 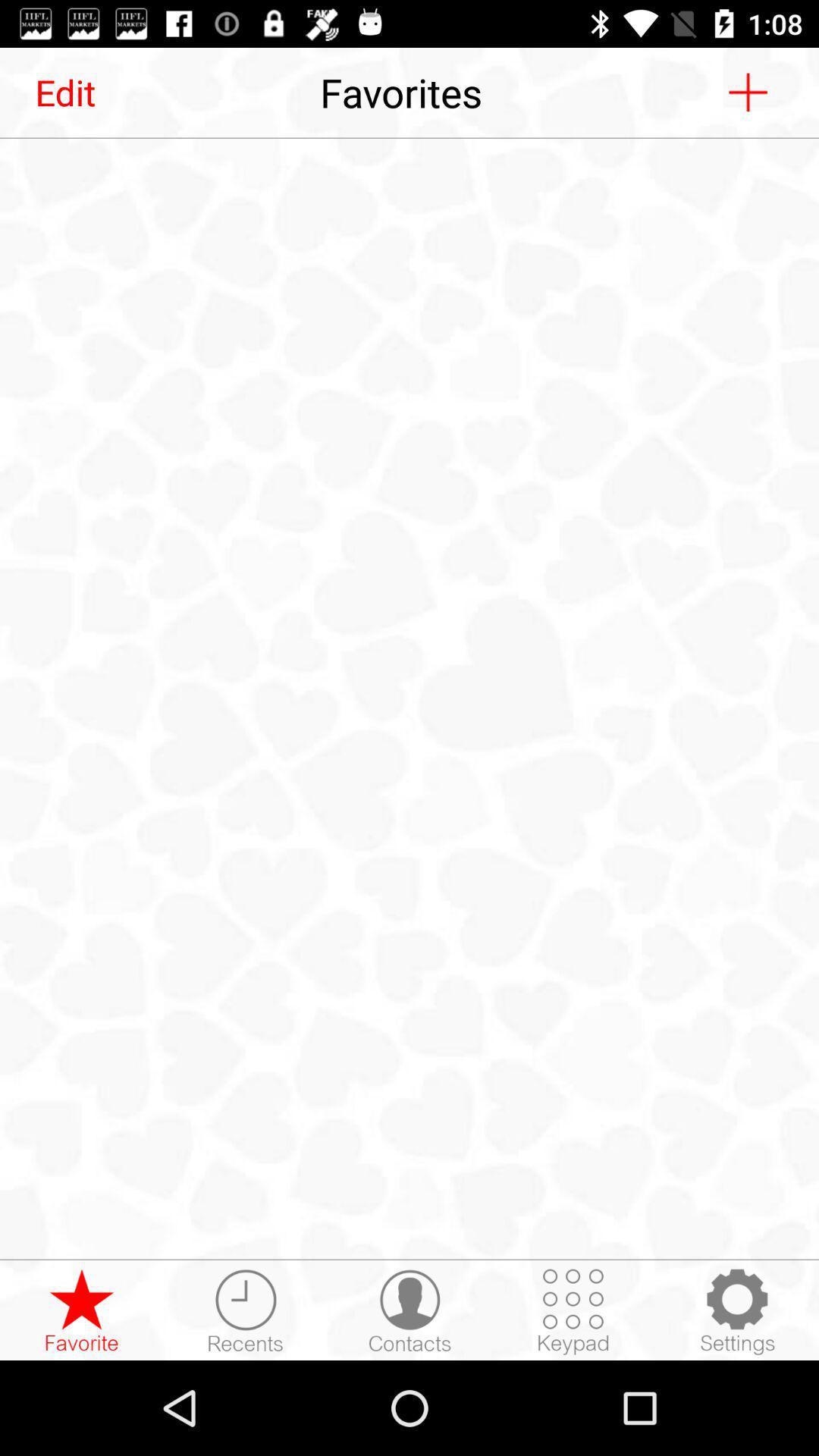 What do you see at coordinates (573, 1310) in the screenshot?
I see `the dialpad icon` at bounding box center [573, 1310].